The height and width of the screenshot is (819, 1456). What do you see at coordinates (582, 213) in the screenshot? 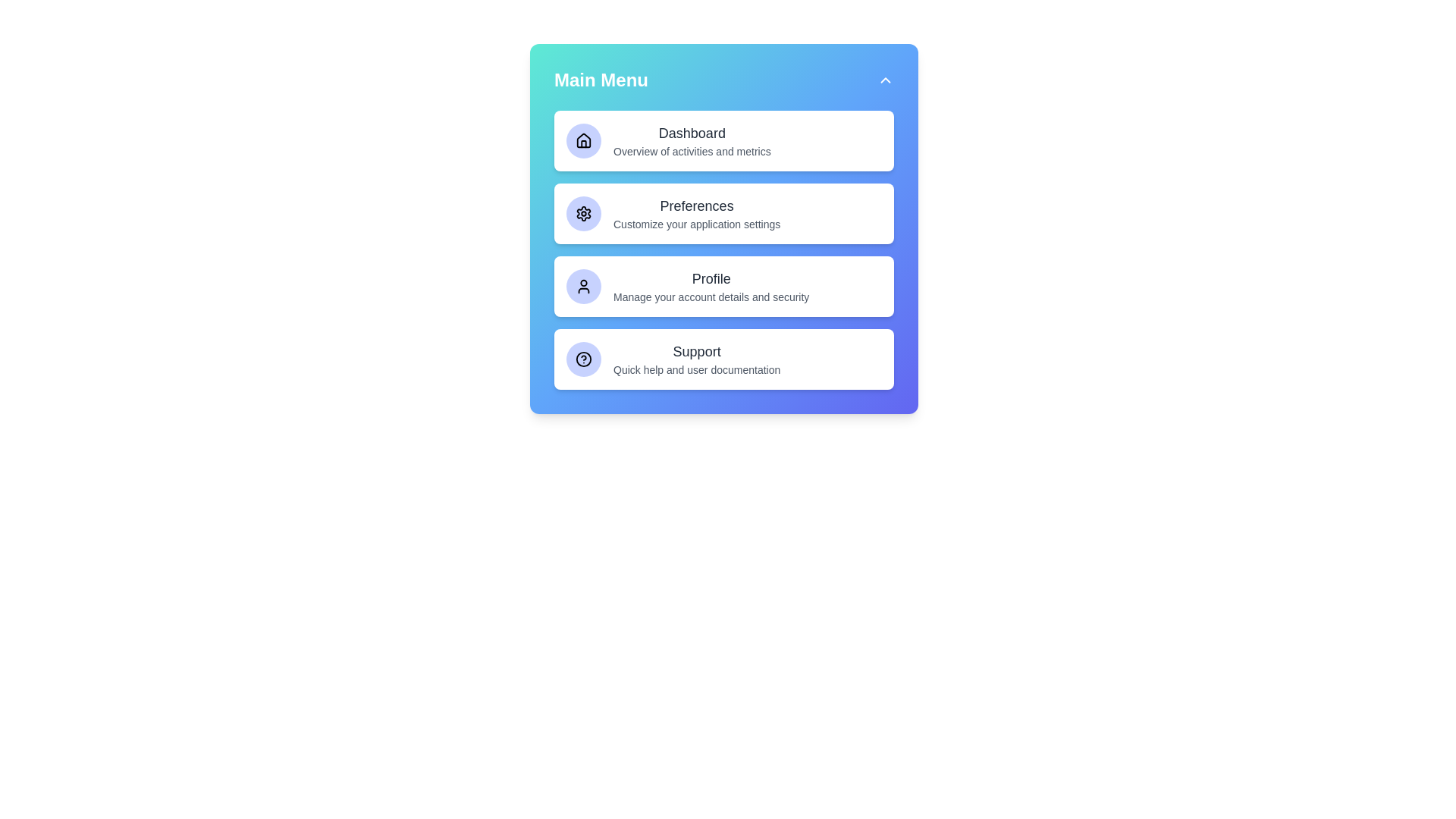
I see `the icon corresponding to the menu option Preferences` at bounding box center [582, 213].